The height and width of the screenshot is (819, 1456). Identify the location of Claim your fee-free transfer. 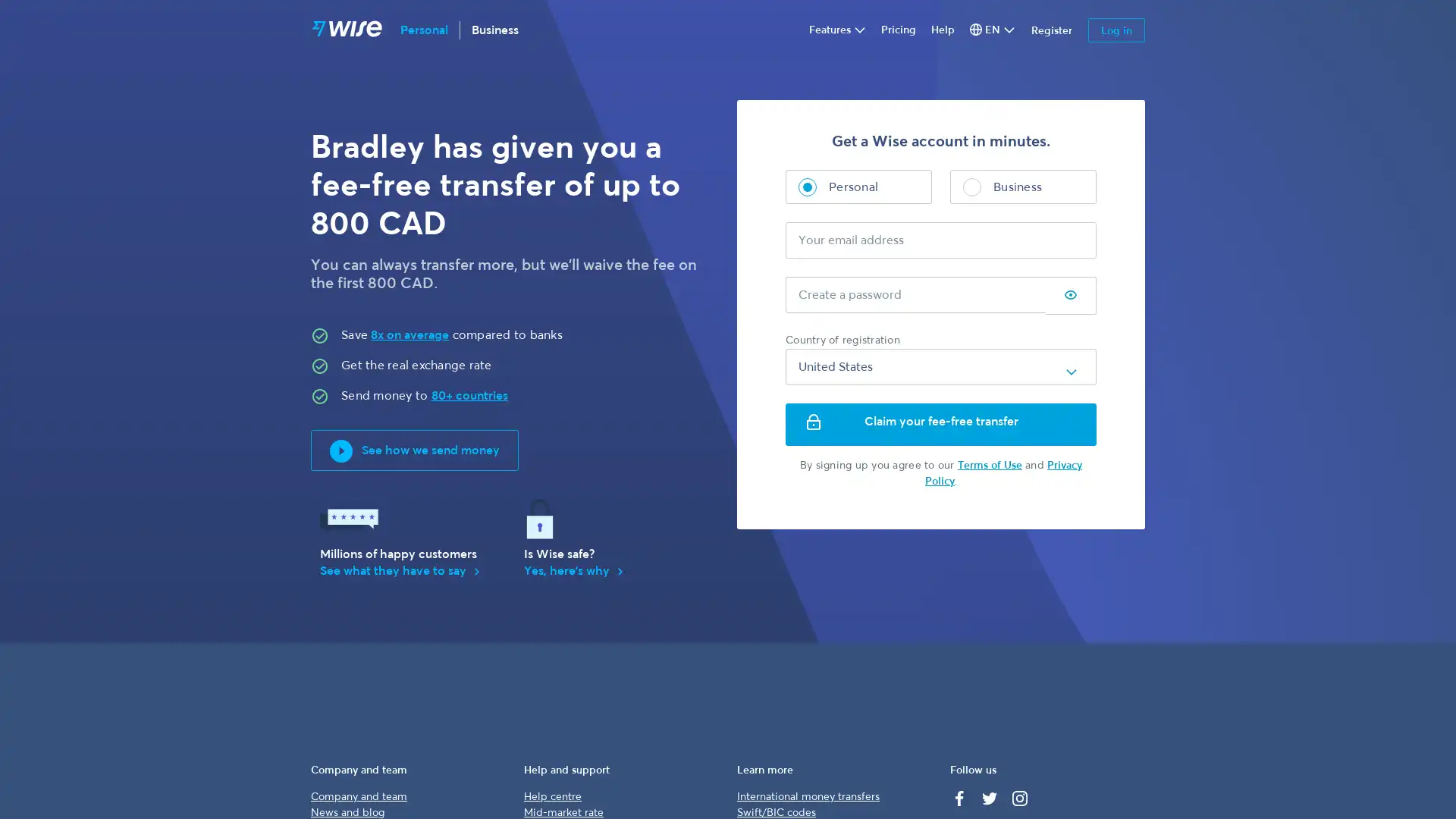
(940, 424).